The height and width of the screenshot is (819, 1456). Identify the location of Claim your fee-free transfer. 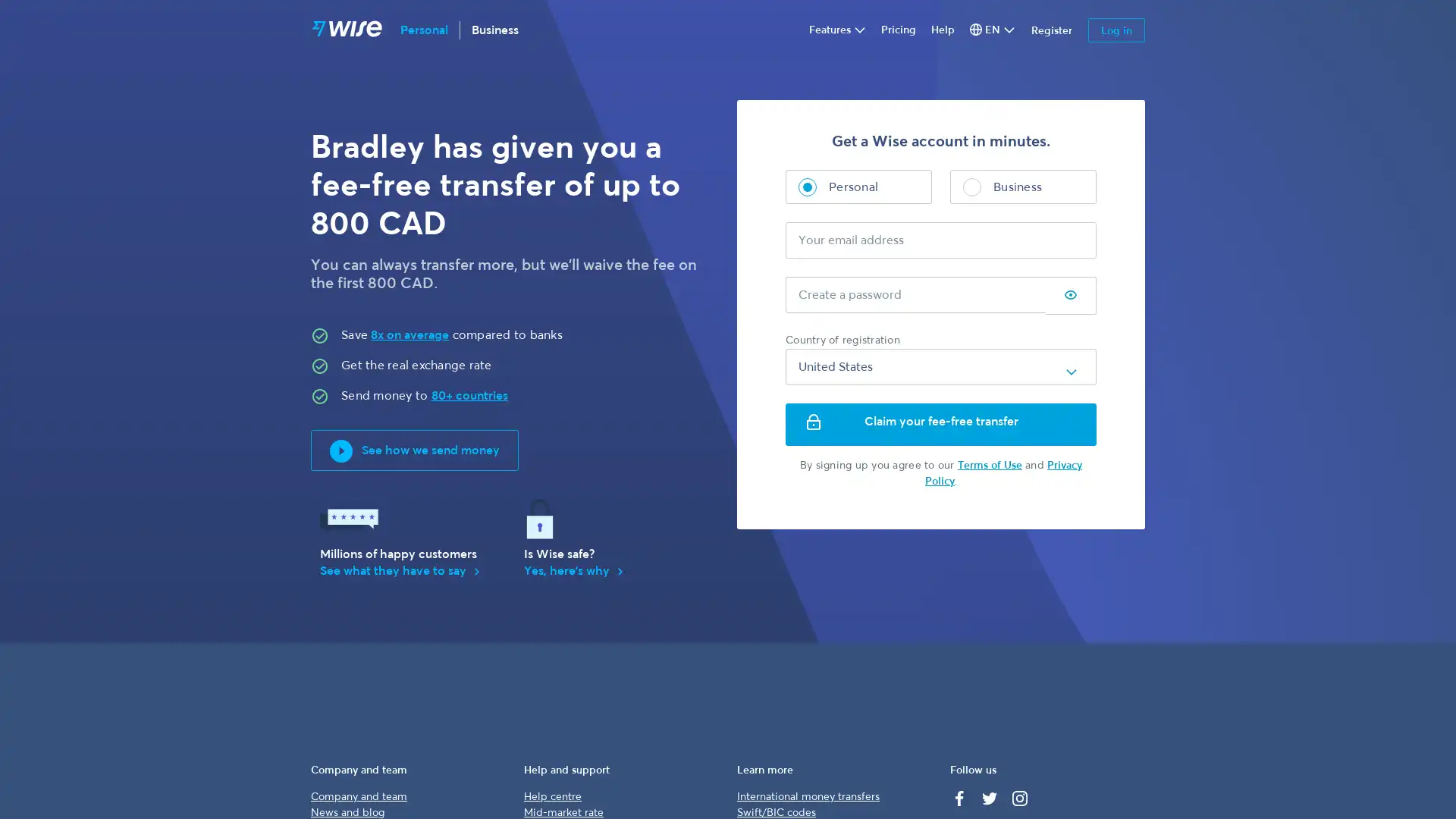
(940, 424).